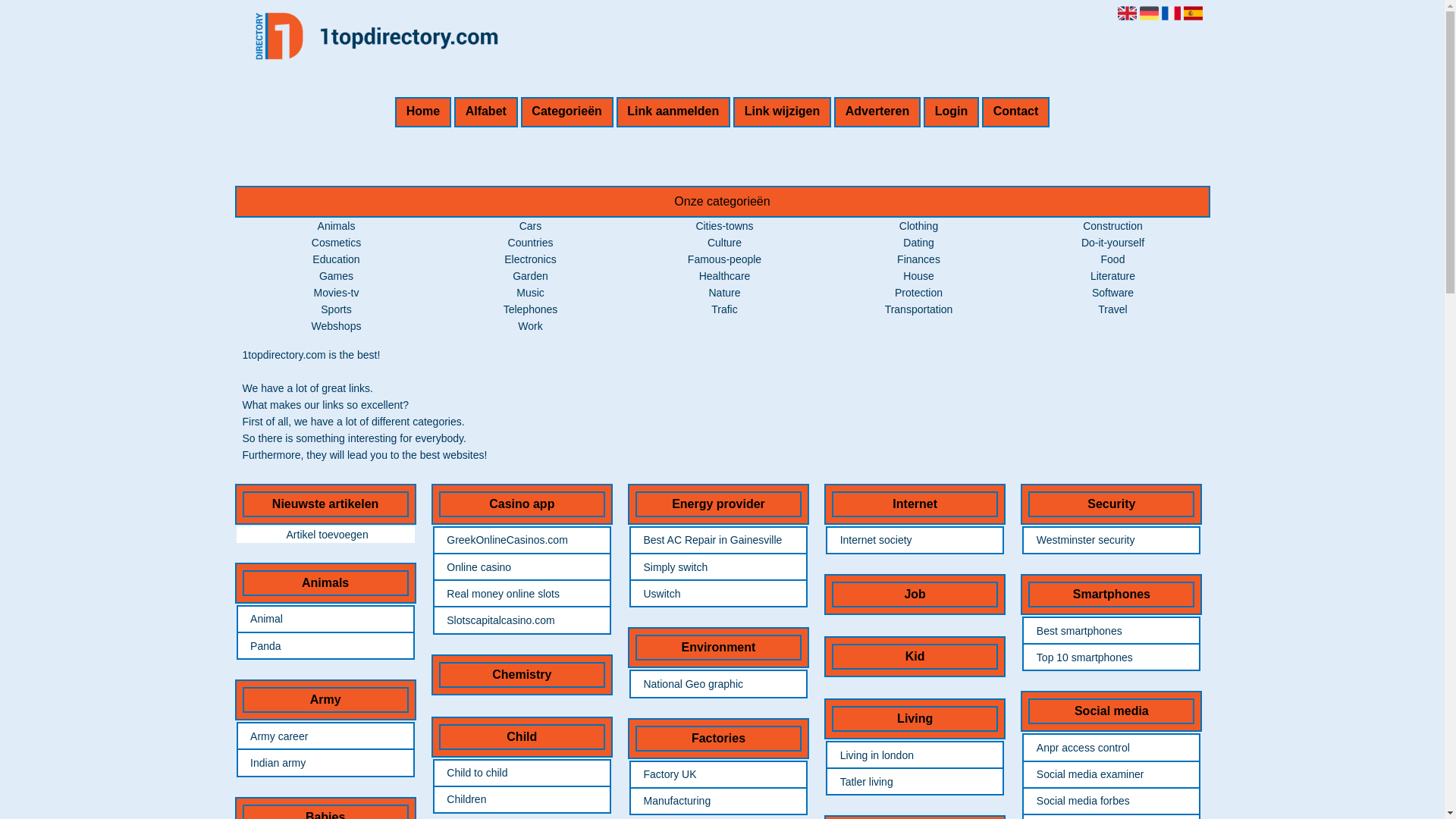  I want to click on 'Literature', so click(1112, 275).